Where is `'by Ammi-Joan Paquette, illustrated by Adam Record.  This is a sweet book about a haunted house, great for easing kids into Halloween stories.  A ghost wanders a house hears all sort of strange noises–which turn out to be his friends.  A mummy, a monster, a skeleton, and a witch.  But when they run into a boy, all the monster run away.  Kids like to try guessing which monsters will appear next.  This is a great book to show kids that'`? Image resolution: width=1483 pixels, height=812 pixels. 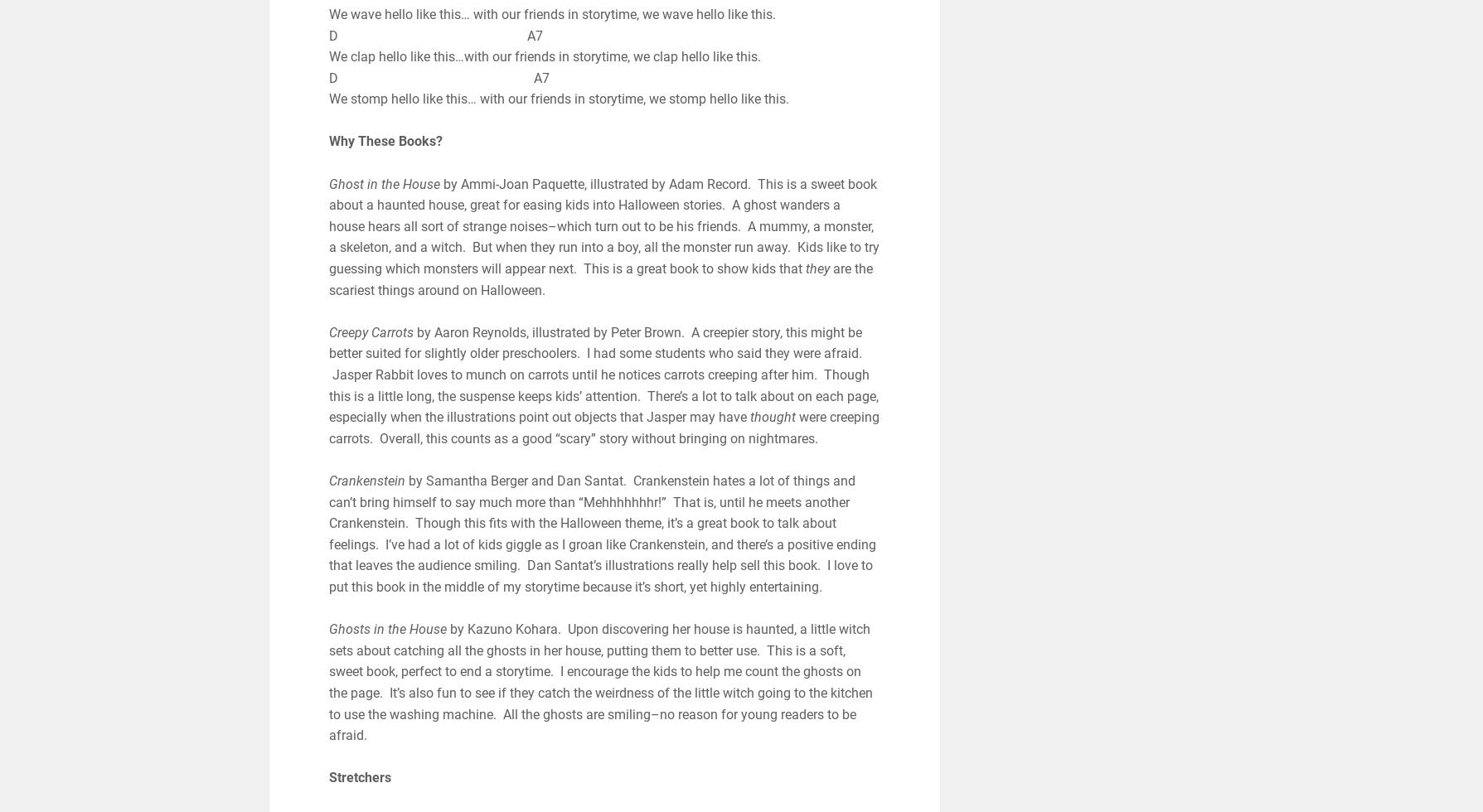
'by Ammi-Joan Paquette, illustrated by Adam Record.  This is a sweet book about a haunted house, great for easing kids into Halloween stories.  A ghost wanders a house hears all sort of strange noises–which turn out to be his friends.  A mummy, a monster, a skeleton, and a witch.  But when they run into a boy, all the monster run away.  Kids like to try guessing which monsters will appear next.  This is a great book to show kids that' is located at coordinates (327, 226).